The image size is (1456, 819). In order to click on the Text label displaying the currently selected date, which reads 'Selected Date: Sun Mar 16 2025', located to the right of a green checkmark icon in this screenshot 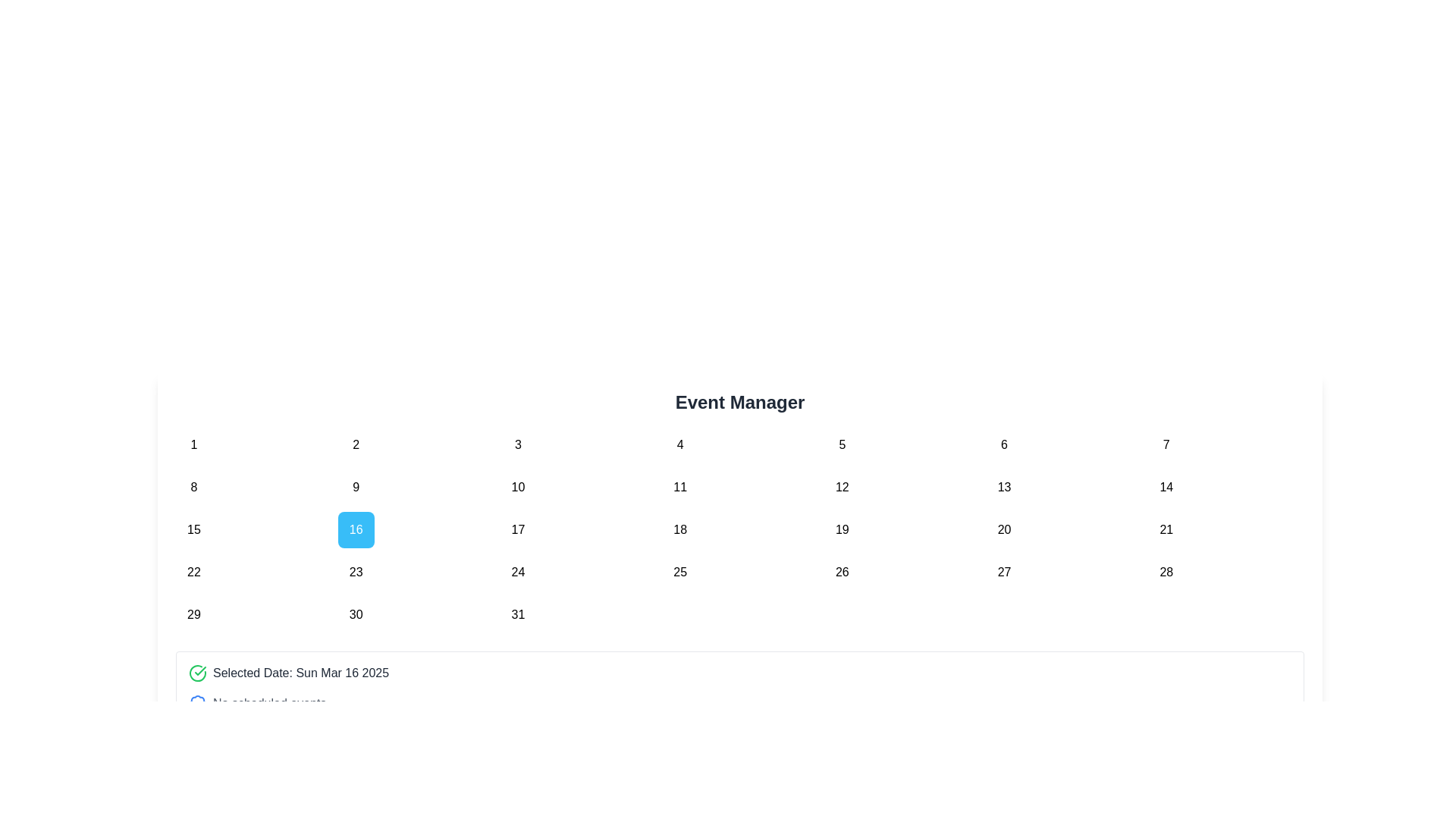, I will do `click(301, 672)`.